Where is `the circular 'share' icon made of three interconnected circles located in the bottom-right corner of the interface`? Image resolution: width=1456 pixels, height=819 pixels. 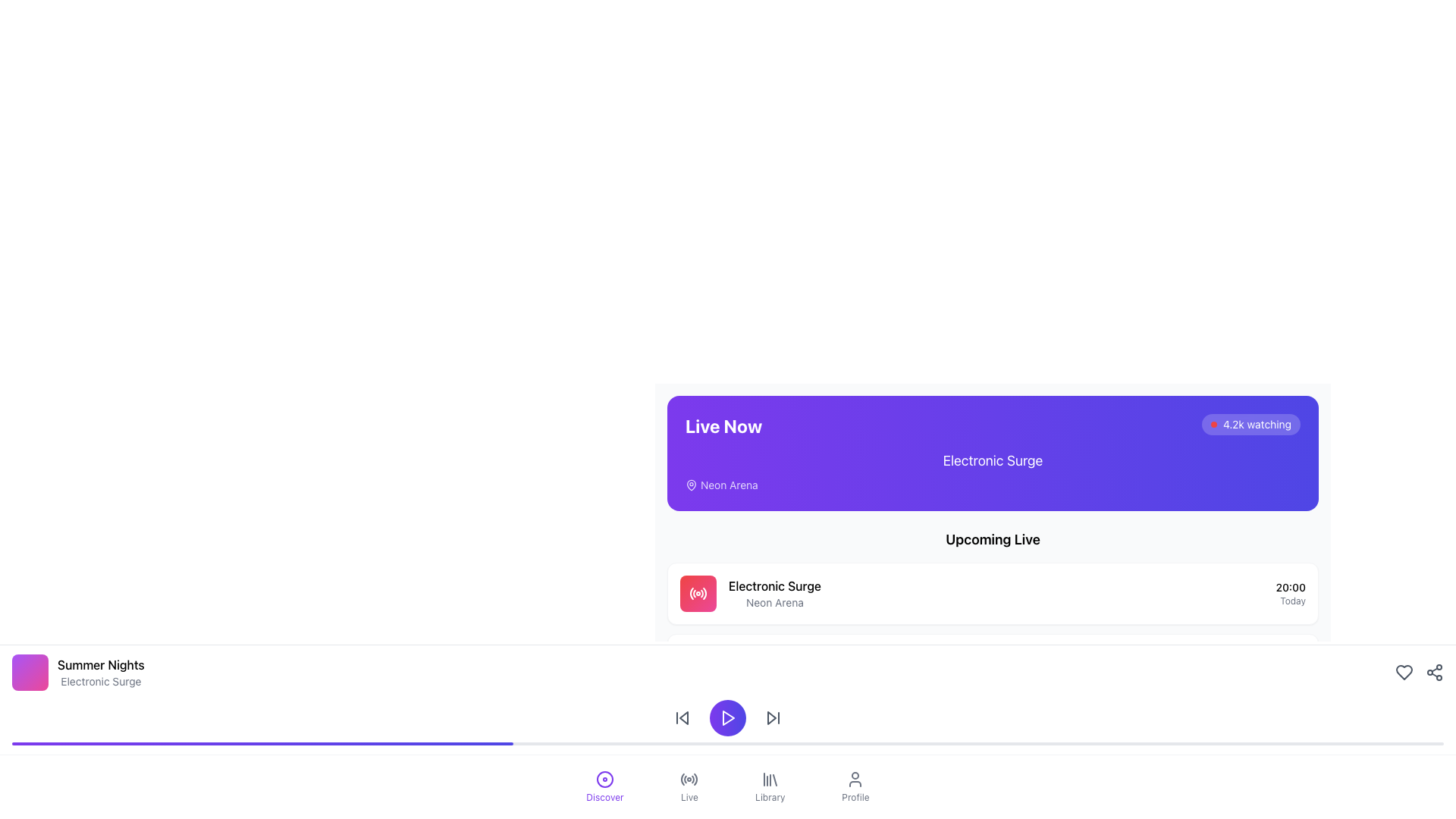
the circular 'share' icon made of three interconnected circles located in the bottom-right corner of the interface is located at coordinates (1433, 672).